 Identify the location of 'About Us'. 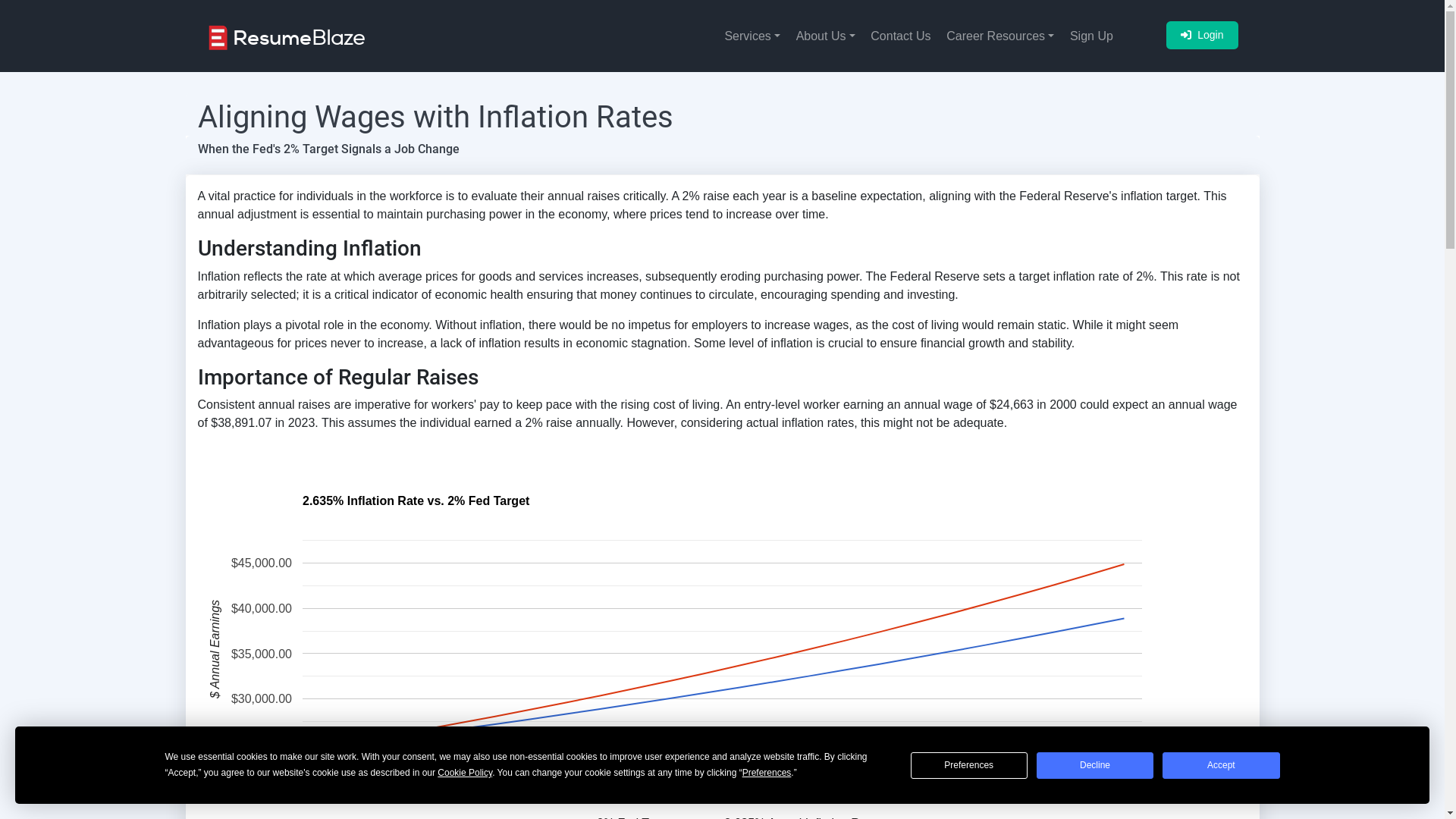
(817, 35).